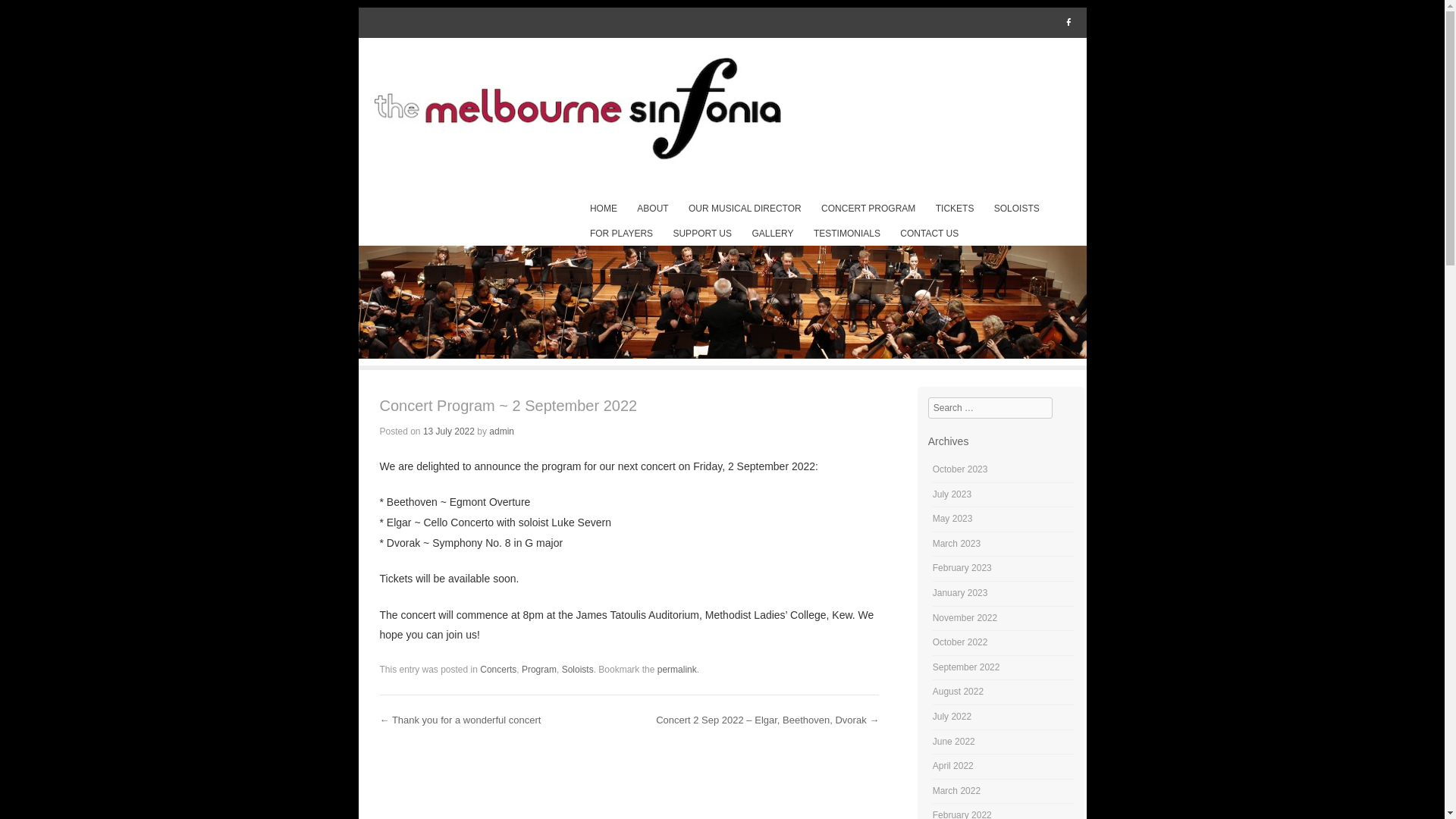 This screenshot has width=1456, height=819. What do you see at coordinates (964, 617) in the screenshot?
I see `'November 2022'` at bounding box center [964, 617].